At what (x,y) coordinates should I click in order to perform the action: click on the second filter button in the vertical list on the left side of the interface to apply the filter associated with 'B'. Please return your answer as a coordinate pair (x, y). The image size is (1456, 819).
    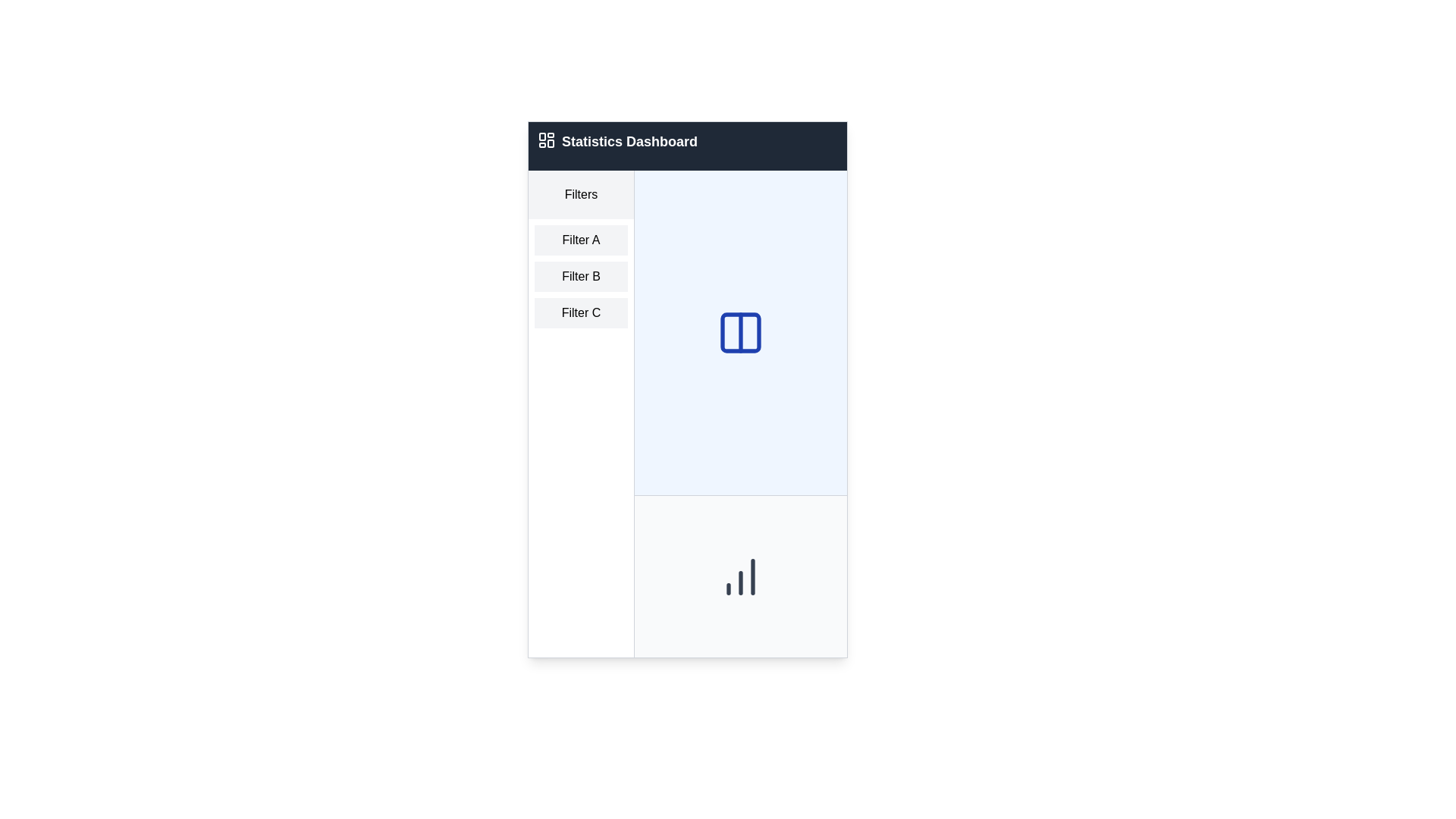
    Looking at the image, I should click on (580, 277).